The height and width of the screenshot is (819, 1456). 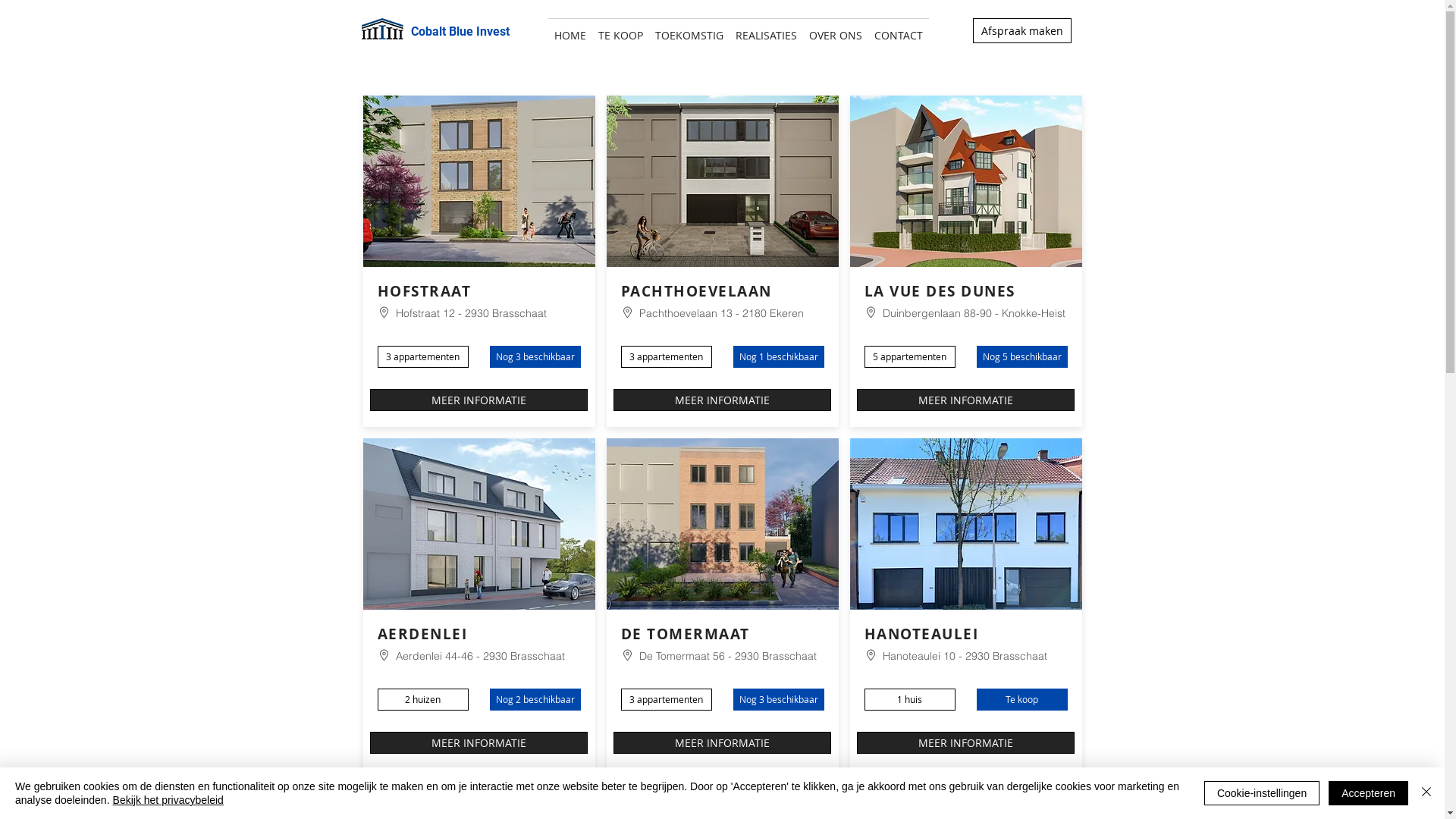 I want to click on 'TOEKOMSTIG', so click(x=688, y=28).